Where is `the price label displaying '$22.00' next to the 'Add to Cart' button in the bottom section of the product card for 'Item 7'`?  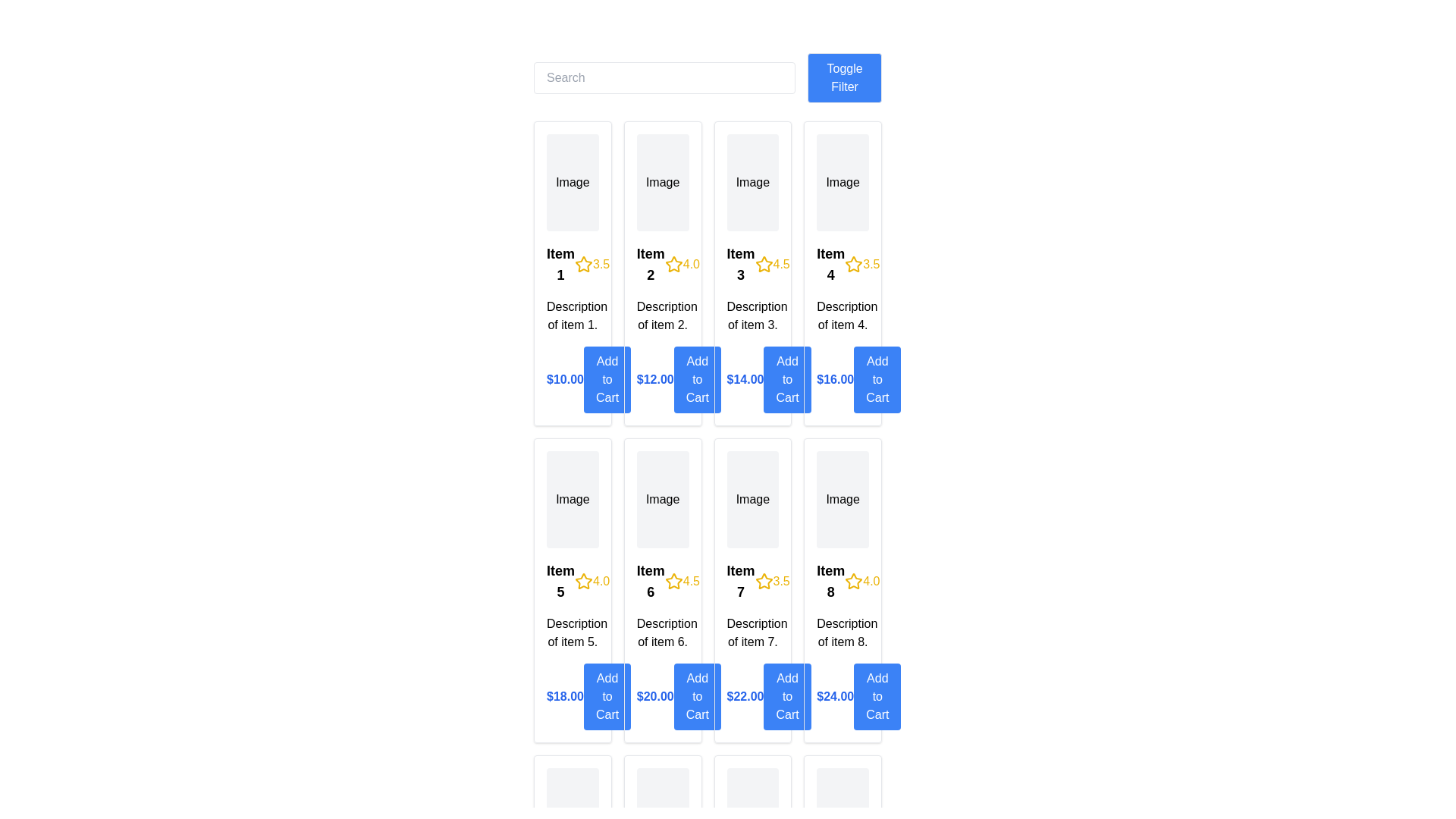
the price label displaying '$22.00' next to the 'Add to Cart' button in the bottom section of the product card for 'Item 7' is located at coordinates (752, 696).